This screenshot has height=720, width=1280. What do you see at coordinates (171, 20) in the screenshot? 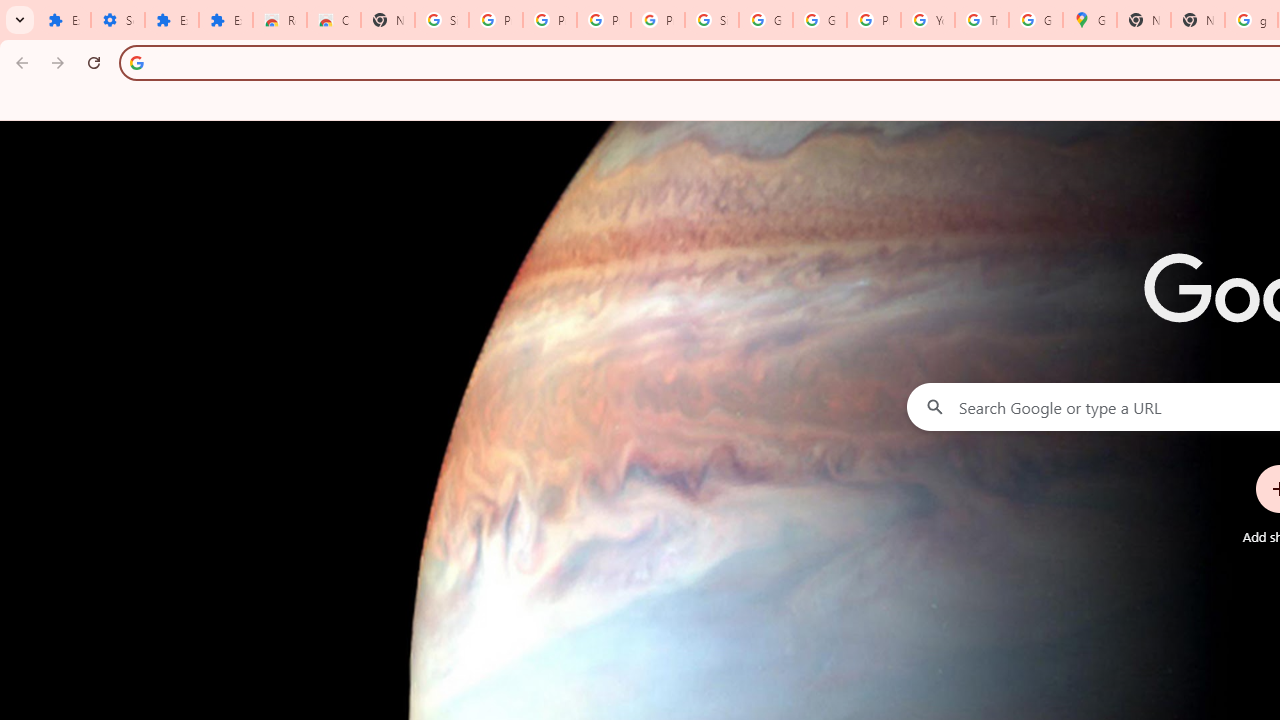
I see `'Extensions'` at bounding box center [171, 20].